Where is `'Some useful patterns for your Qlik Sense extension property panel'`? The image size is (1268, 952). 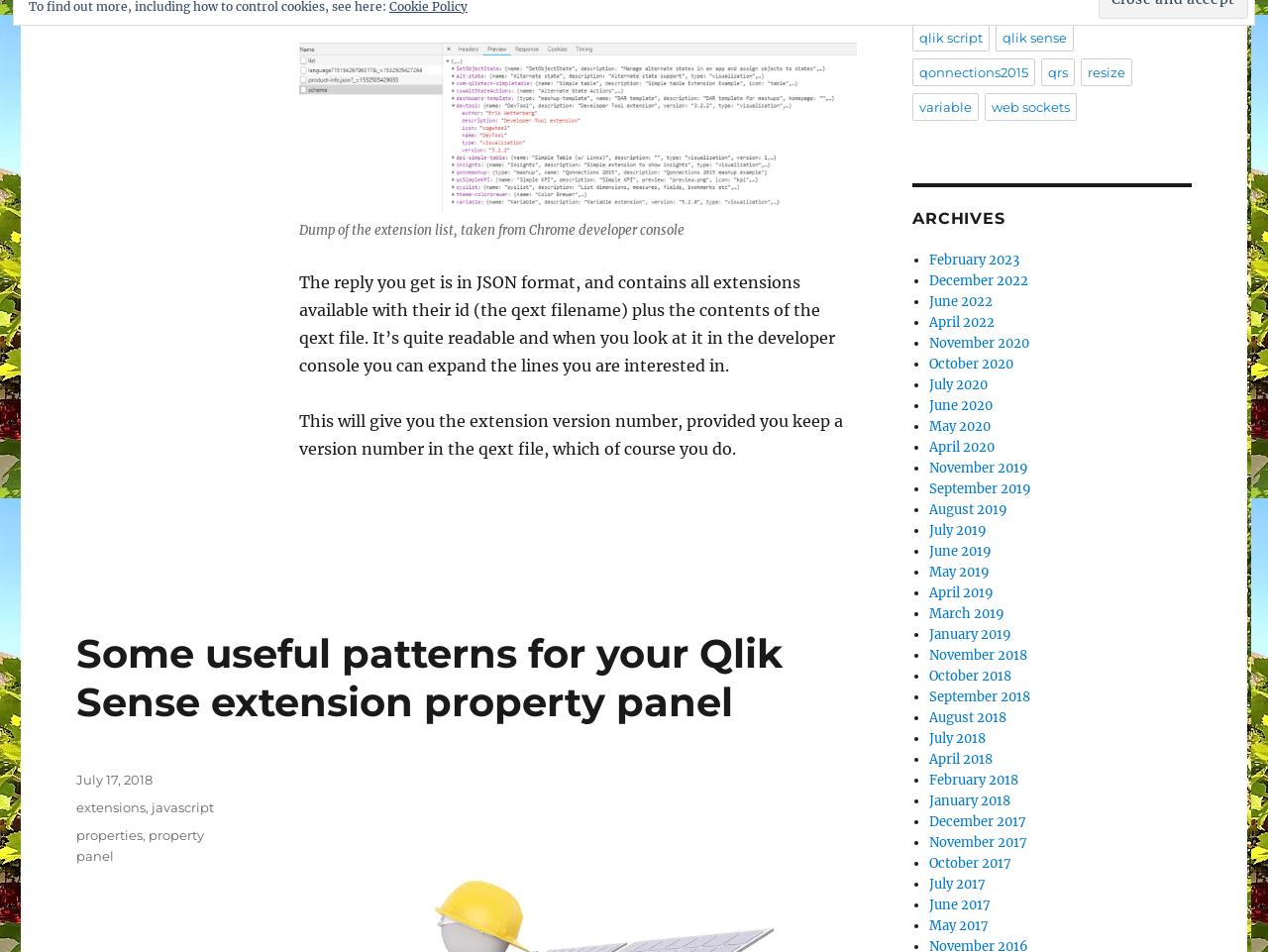 'Some useful patterns for your Qlik Sense extension property panel' is located at coordinates (428, 677).